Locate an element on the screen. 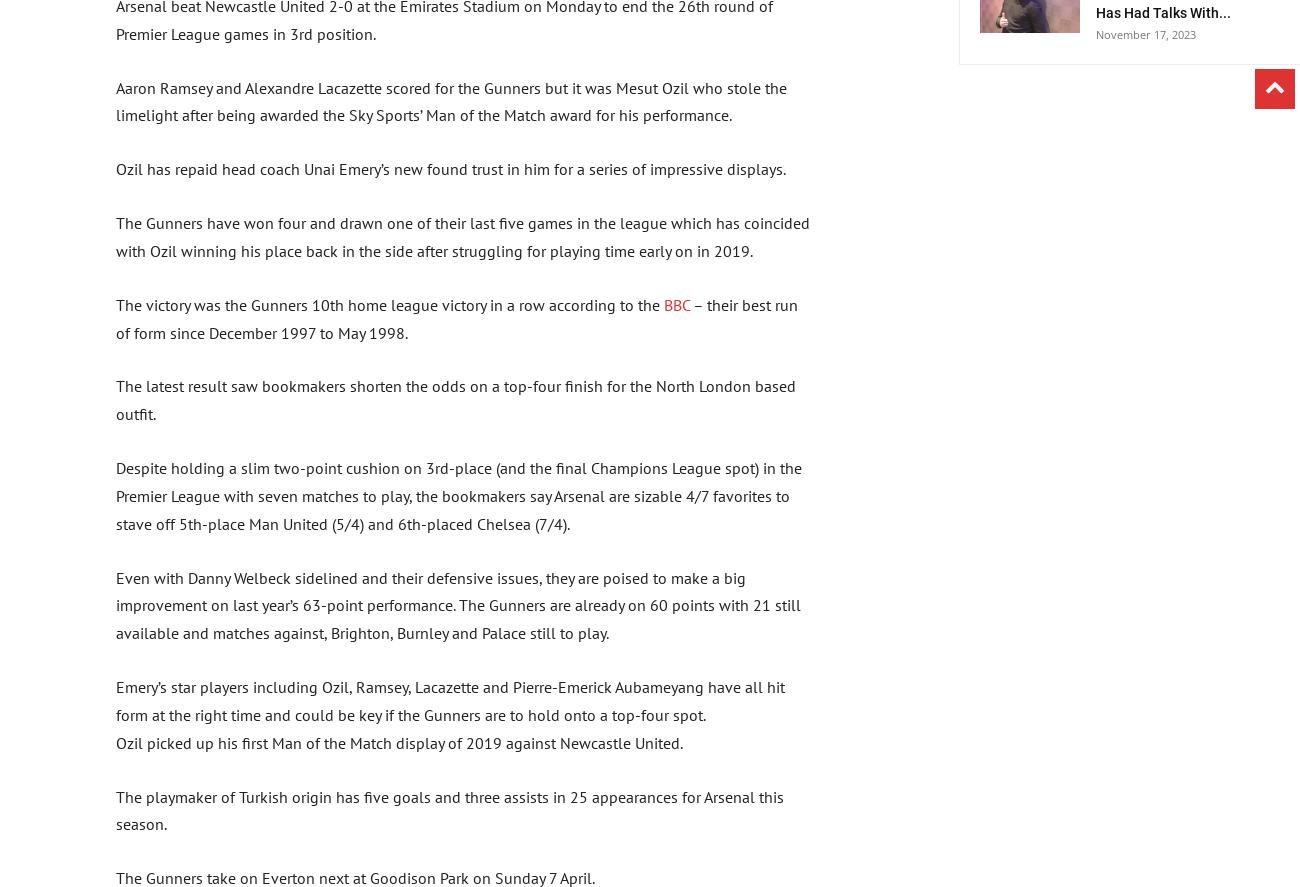 This screenshot has width=1300, height=887. 'Despite holding a slim two-point cushion on 3rd-place (and the final Champions League spot) in the Premier League with seven matches to play, the bookmakers say Arsenal are sizable 4/7 favorites to stave off 5th-place Man United (5/4) and 6th-placed Chelsea (7/4).' is located at coordinates (458, 495).